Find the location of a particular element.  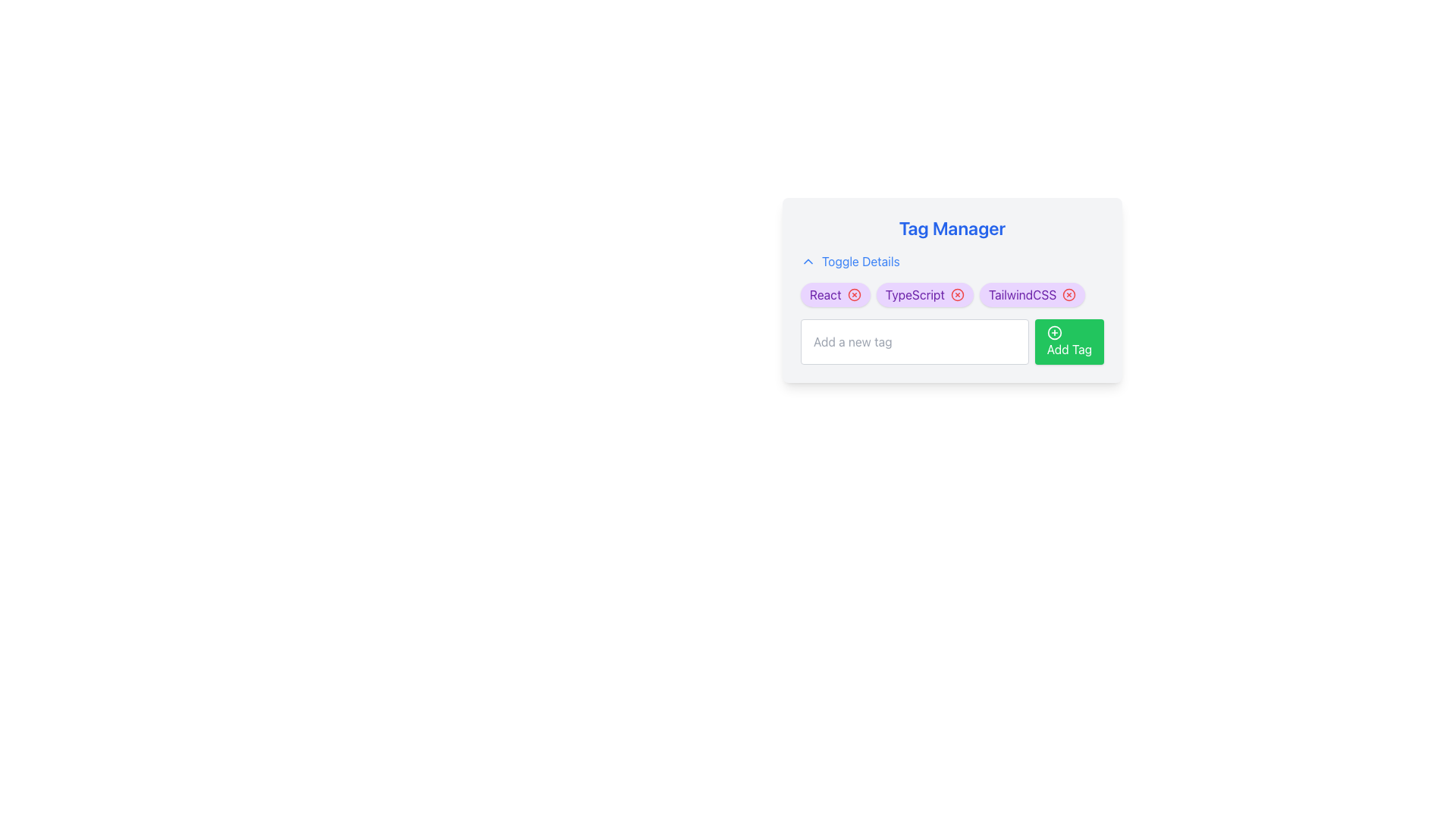

the 'X' icon on the Pill-shaped tag labeled 'TypeScript' is located at coordinates (924, 295).